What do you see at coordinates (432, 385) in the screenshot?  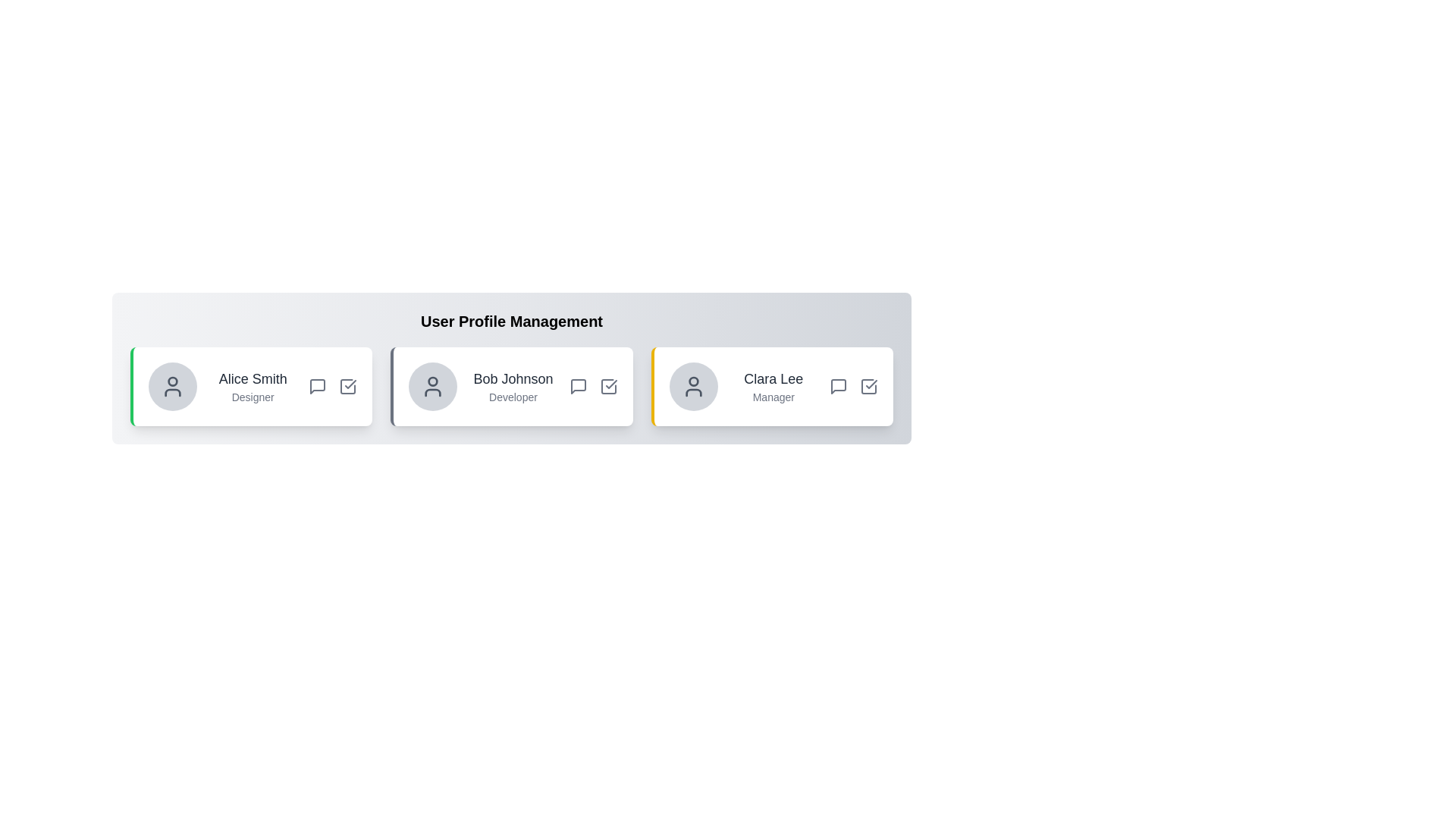 I see `the circular Graphical Placeholder with a light gray background and a dark gray user icon, located in the card for 'Bob Johnson, Developer'` at bounding box center [432, 385].